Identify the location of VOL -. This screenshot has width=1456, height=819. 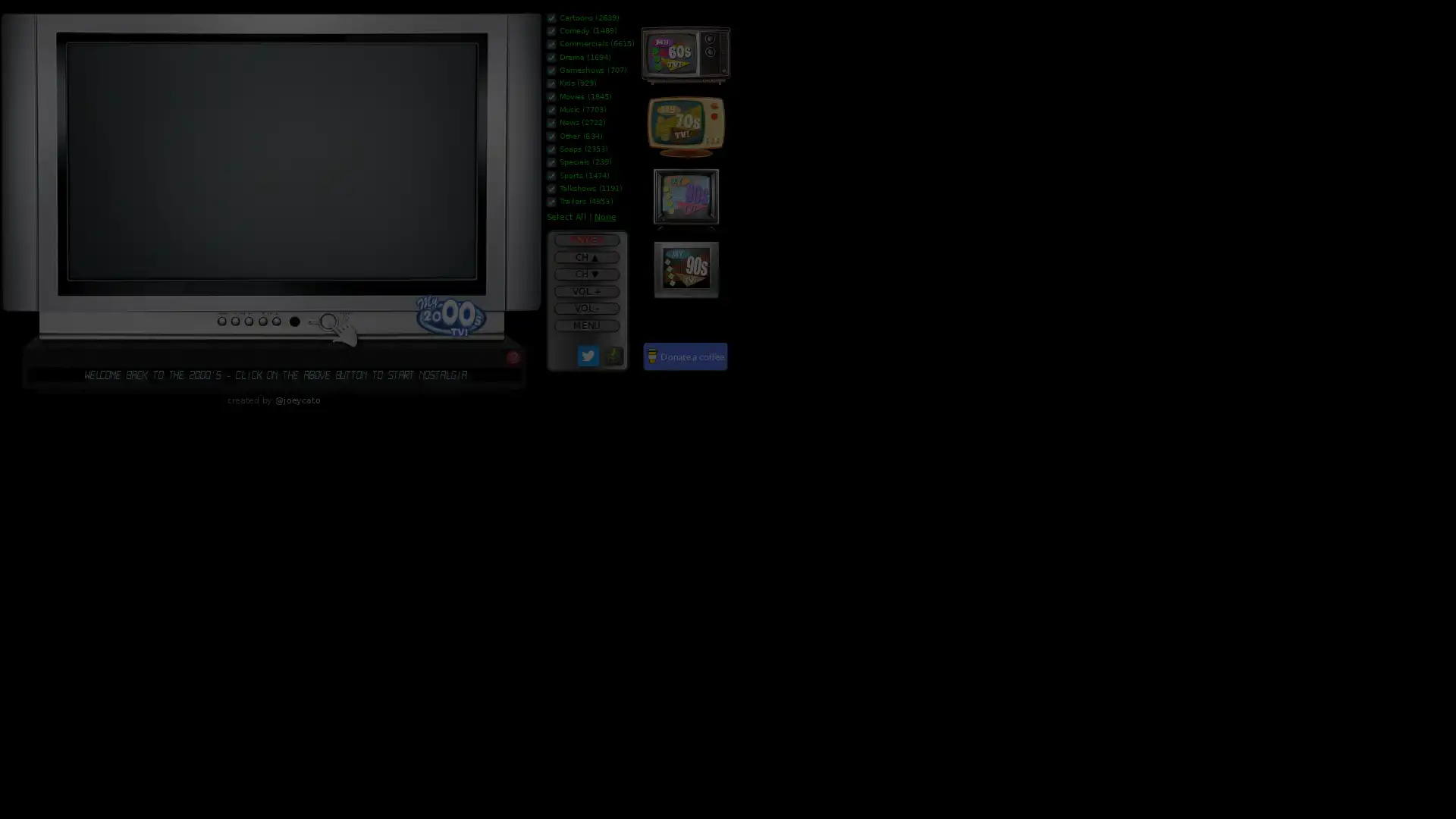
(585, 307).